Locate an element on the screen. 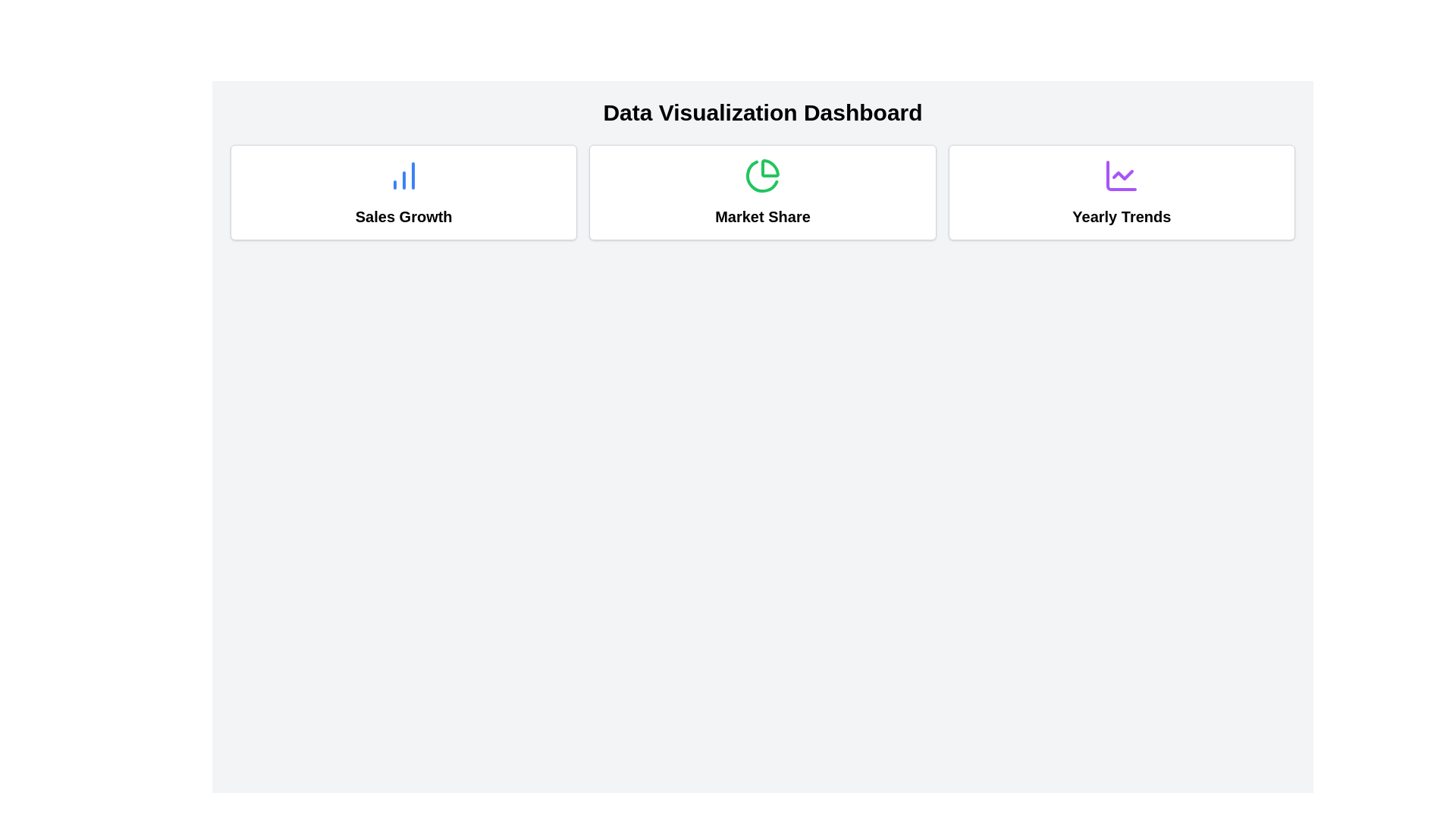 The width and height of the screenshot is (1456, 819). the third clickable card in the grid layout that directs users to a detailed view of yearly trends is located at coordinates (1122, 192).